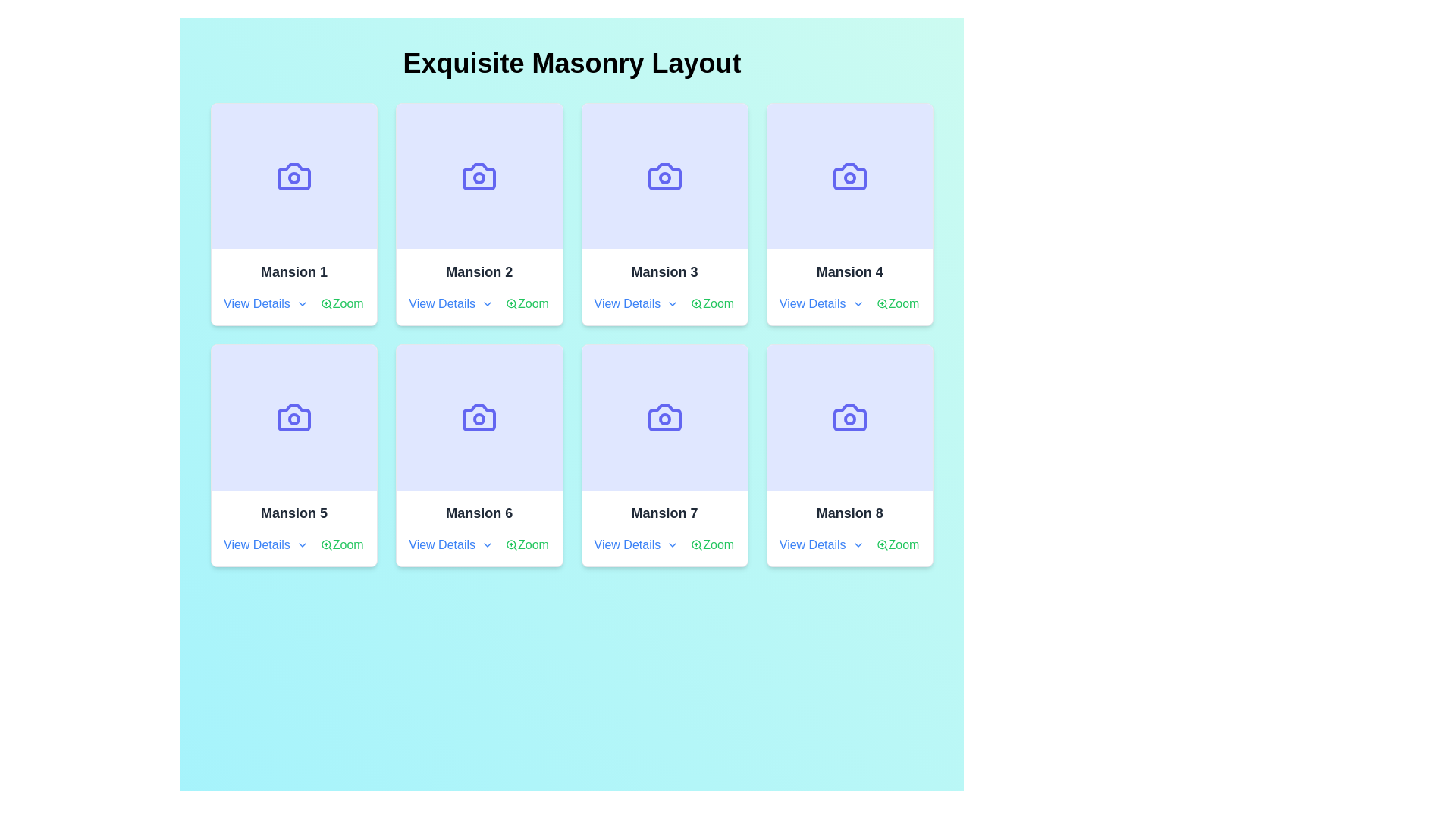  What do you see at coordinates (479, 418) in the screenshot?
I see `the camera-related icon located on the sixth card in the grid layout, centered in the upper section of the card` at bounding box center [479, 418].